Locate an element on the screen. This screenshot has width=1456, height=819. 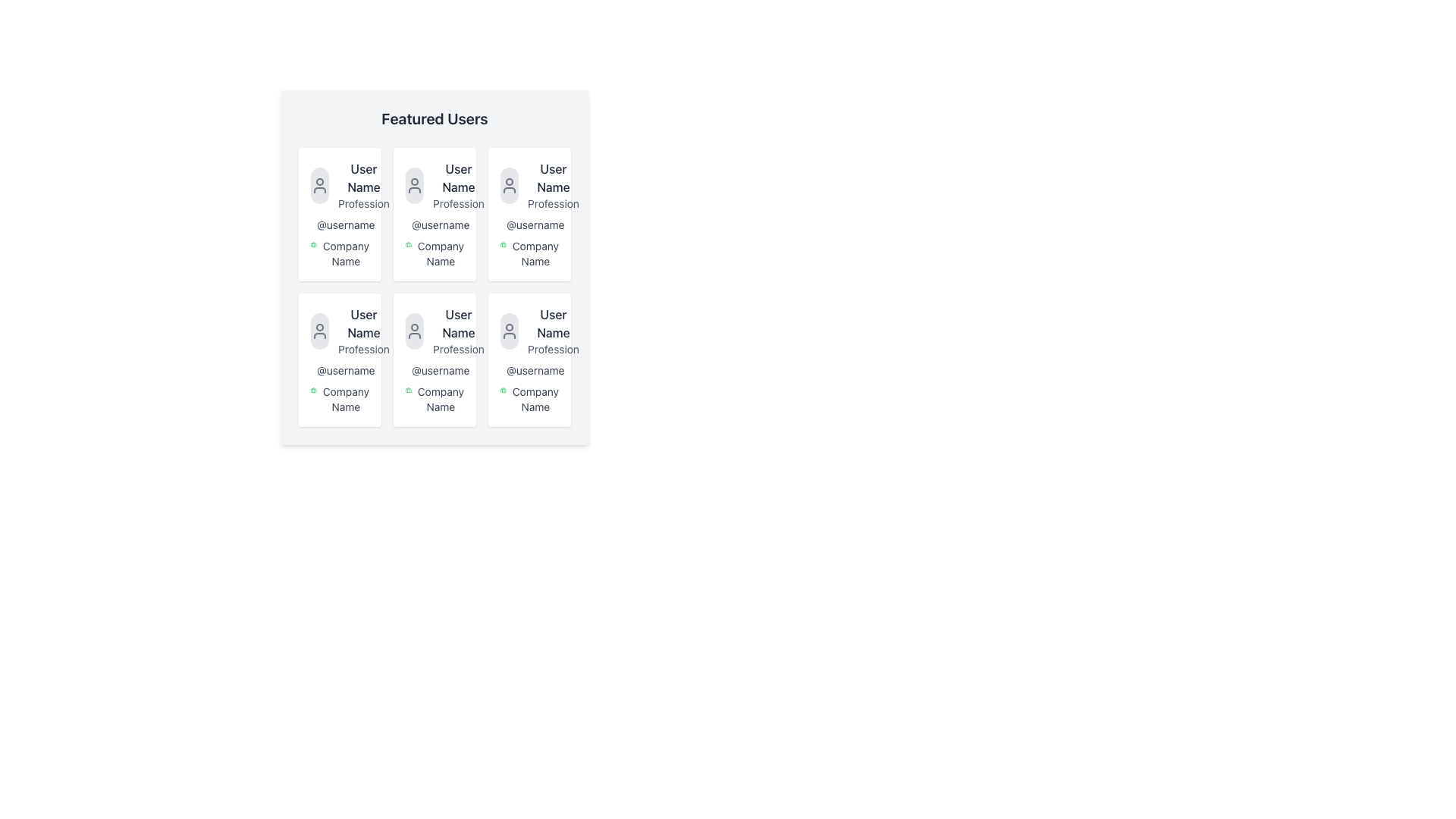
the icon located to the left of the 'Company Name' label in the user's card, serving as a visual indicator for professional context is located at coordinates (312, 244).